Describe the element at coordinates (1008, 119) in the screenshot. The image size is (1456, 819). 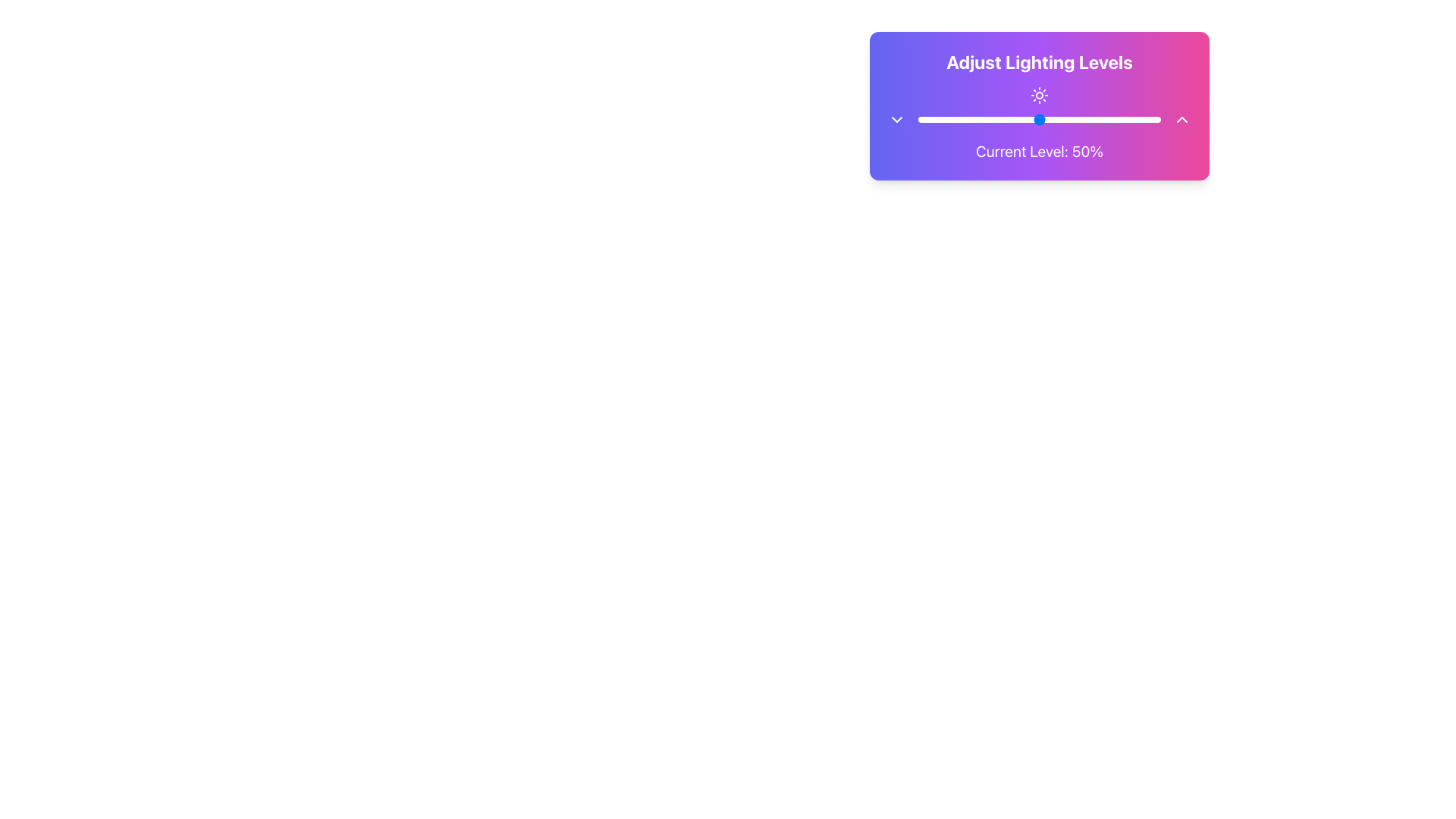
I see `the lighting level` at that location.